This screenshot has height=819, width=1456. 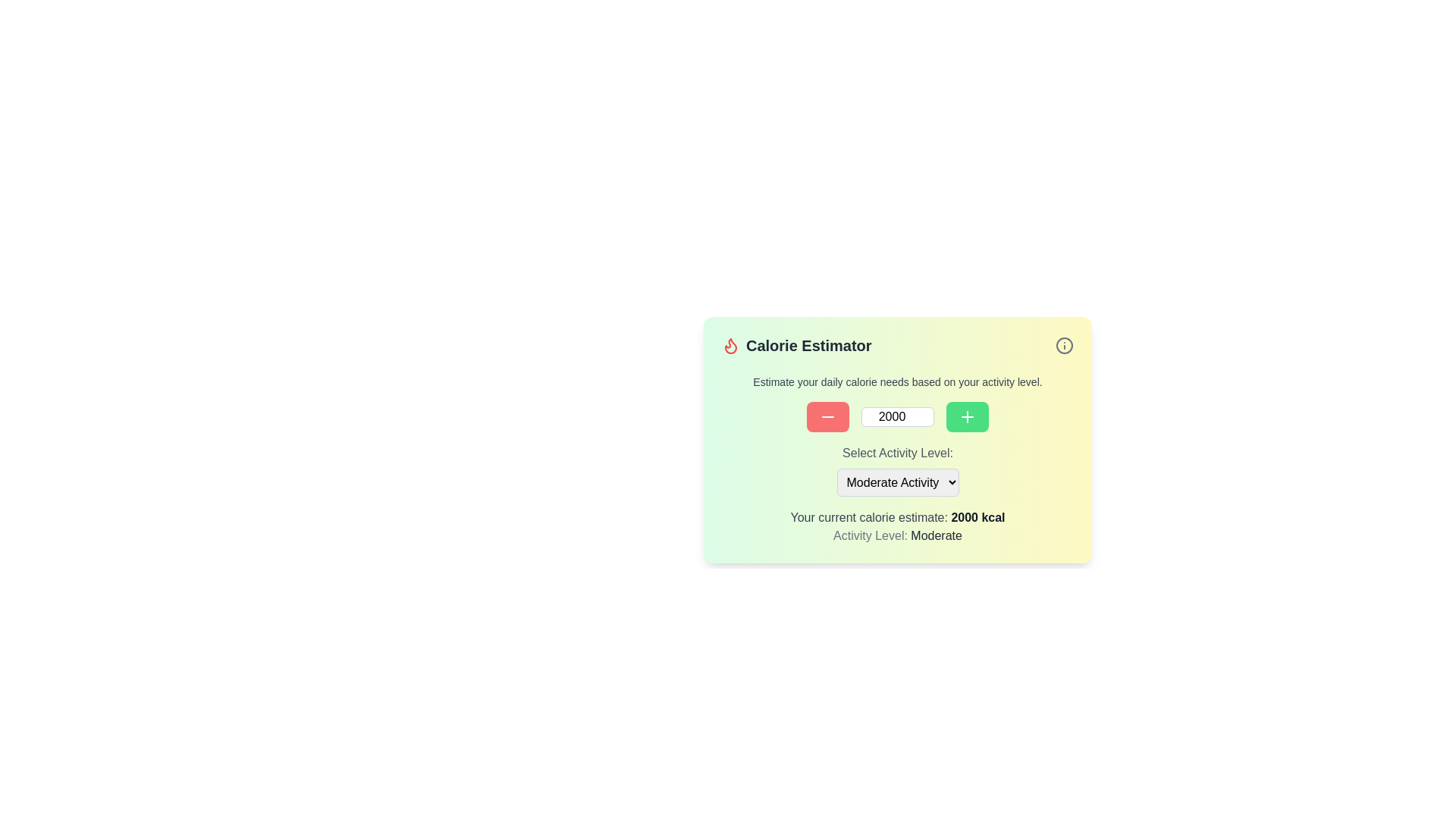 What do you see at coordinates (898, 381) in the screenshot?
I see `the informational text that guides the user about the calorie estimation feature, located between the 'Calorie Estimator' header and the input control section` at bounding box center [898, 381].